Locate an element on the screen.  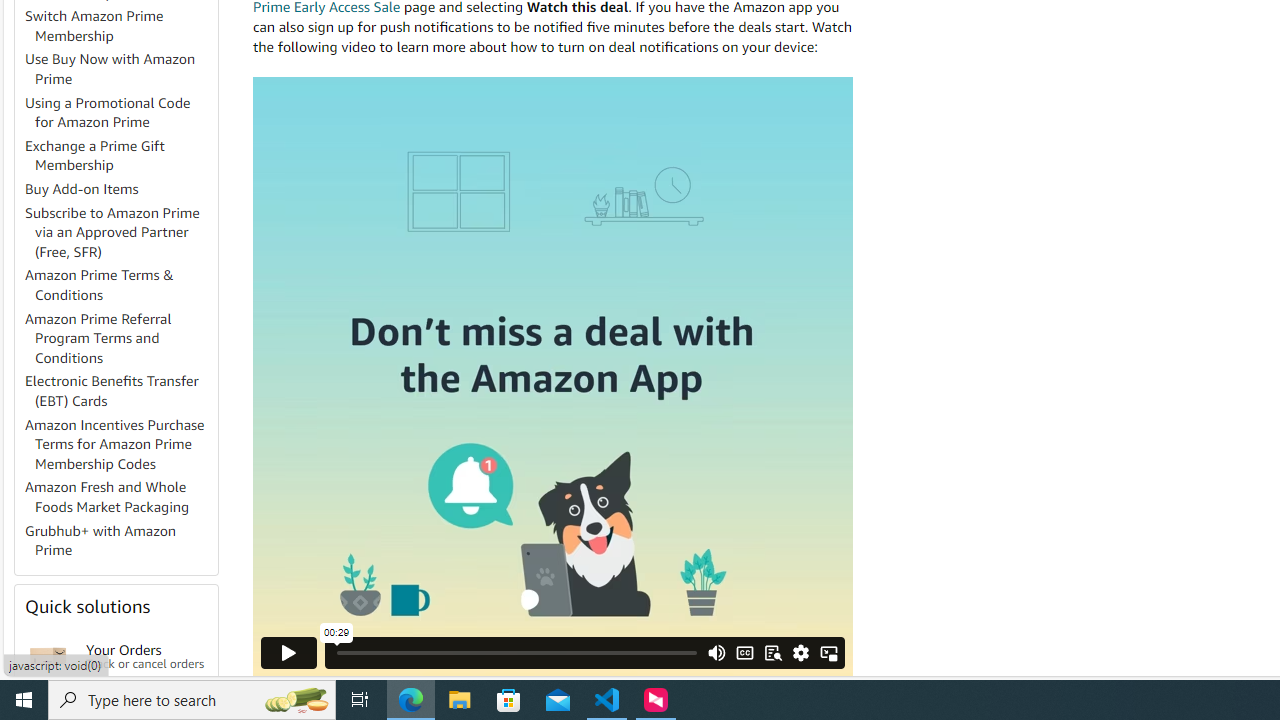
'Grubhub+ with Amazon Prime' is located at coordinates (100, 540).